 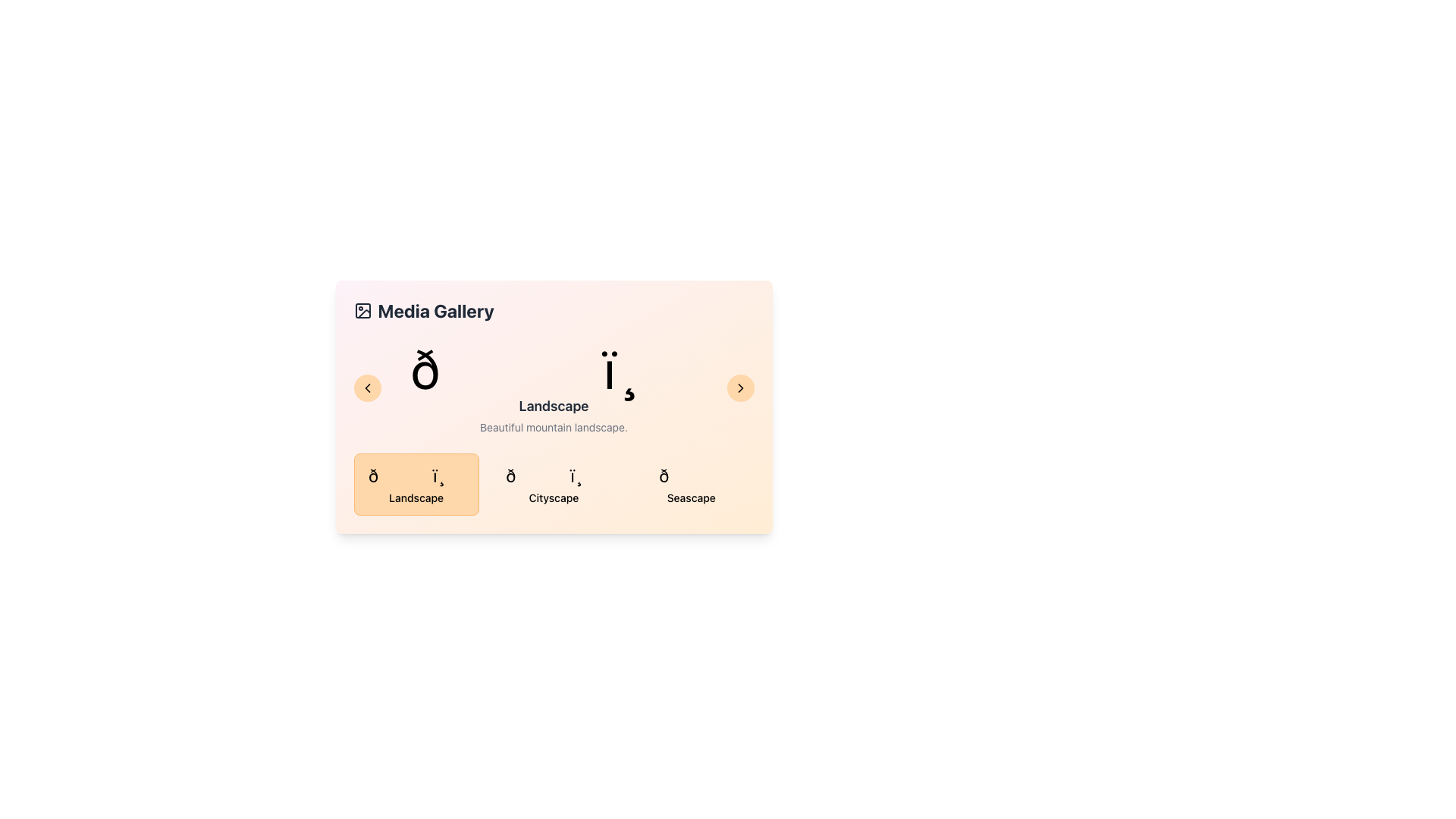 I want to click on the 'Cityscape' button in the Media Gallery section, so click(x=553, y=485).